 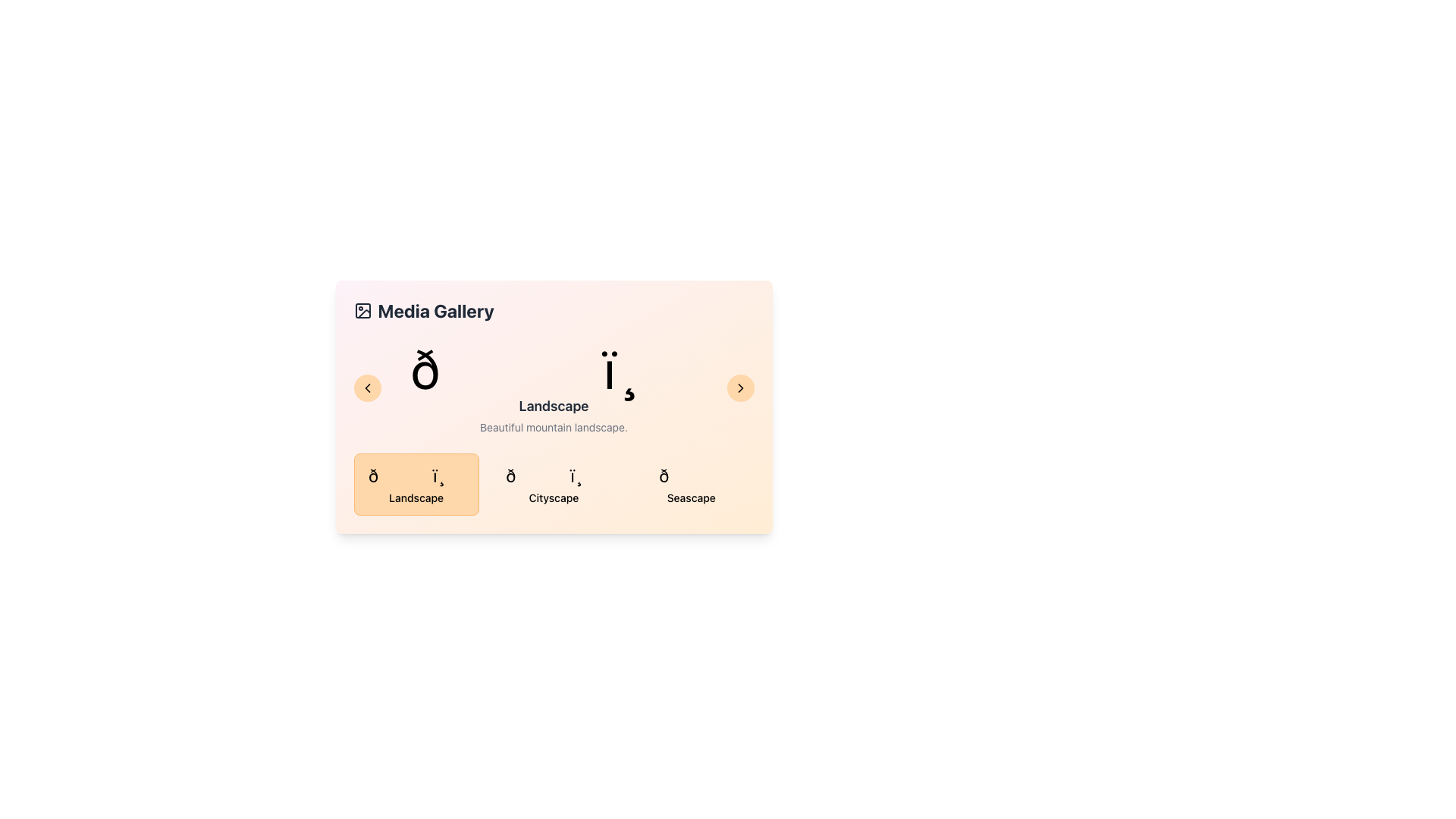 I want to click on the 'Cityscape' button in the Media Gallery section, so click(x=553, y=485).